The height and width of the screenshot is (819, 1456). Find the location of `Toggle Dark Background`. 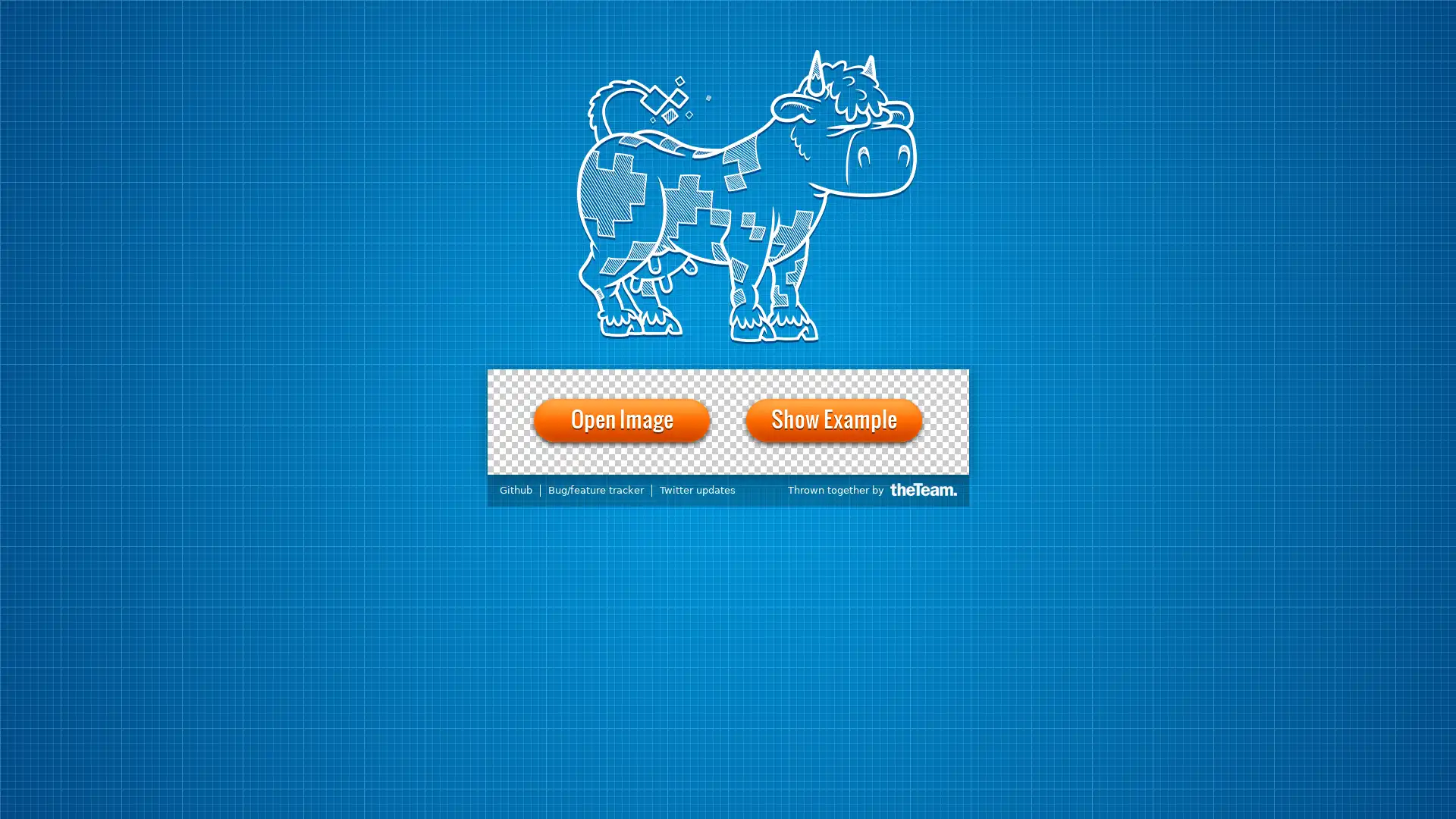

Toggle Dark Background is located at coordinates (789, 378).